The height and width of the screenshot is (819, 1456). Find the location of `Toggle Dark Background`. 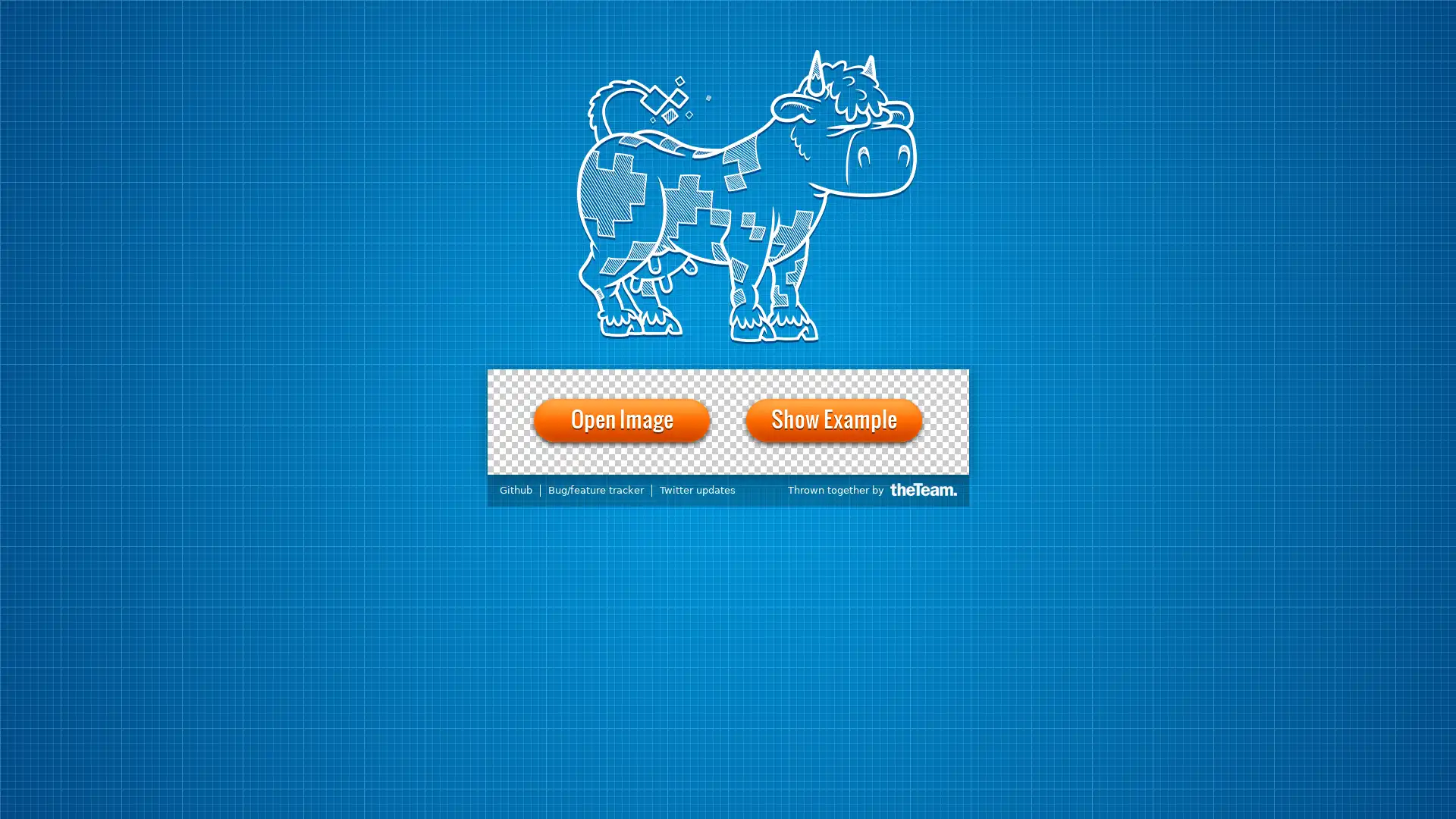

Toggle Dark Background is located at coordinates (789, 378).